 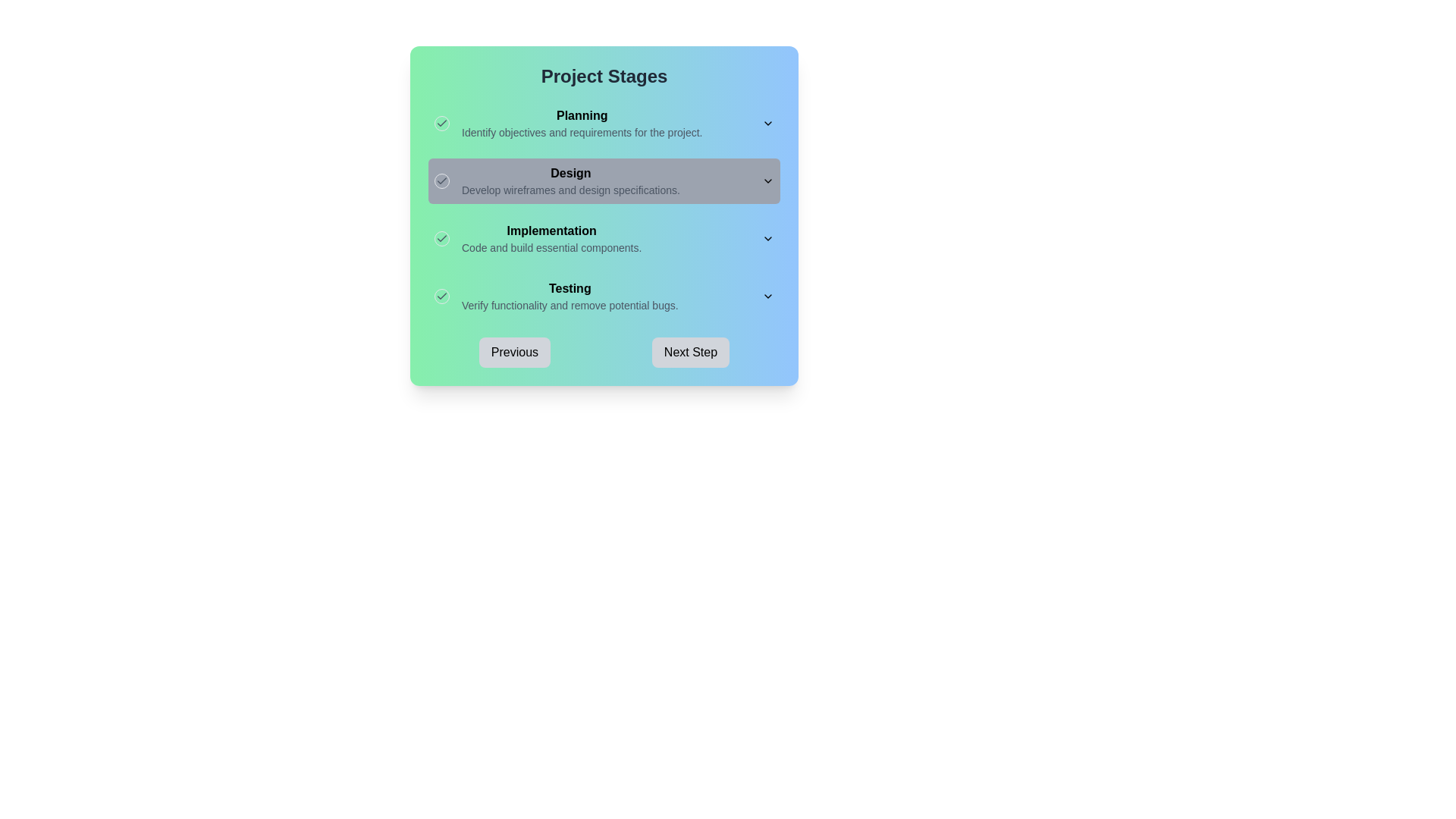 I want to click on the header and description text block for the 'Implementation' stage in the project workflow, located between the 'Design' and 'Testing' stages, so click(x=551, y=239).